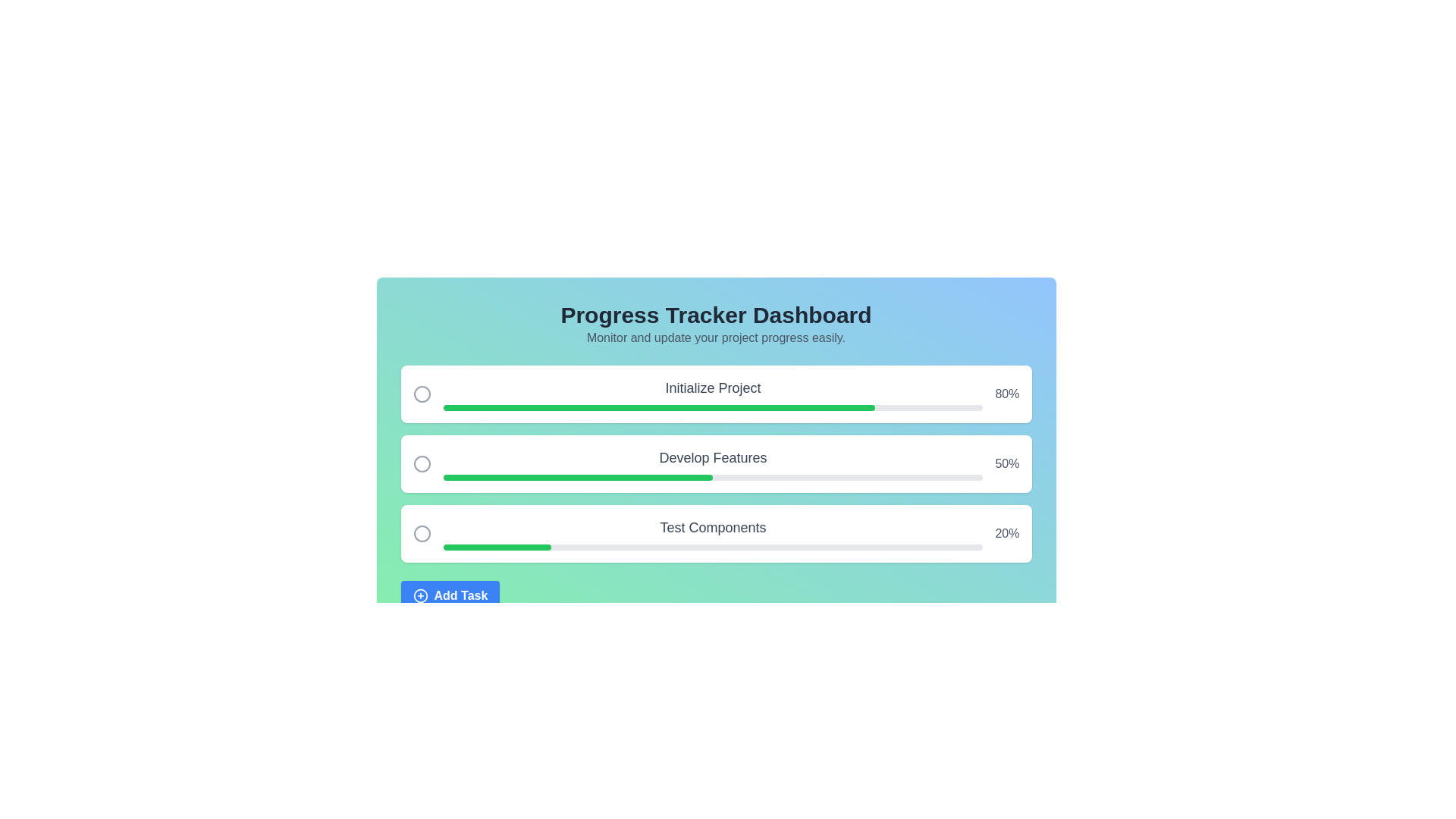 The width and height of the screenshot is (1456, 819). What do you see at coordinates (422, 533) in the screenshot?
I see `the third circular indicator in the progress tracker section, which is aligned vertically next to the 'Test Components' label` at bounding box center [422, 533].